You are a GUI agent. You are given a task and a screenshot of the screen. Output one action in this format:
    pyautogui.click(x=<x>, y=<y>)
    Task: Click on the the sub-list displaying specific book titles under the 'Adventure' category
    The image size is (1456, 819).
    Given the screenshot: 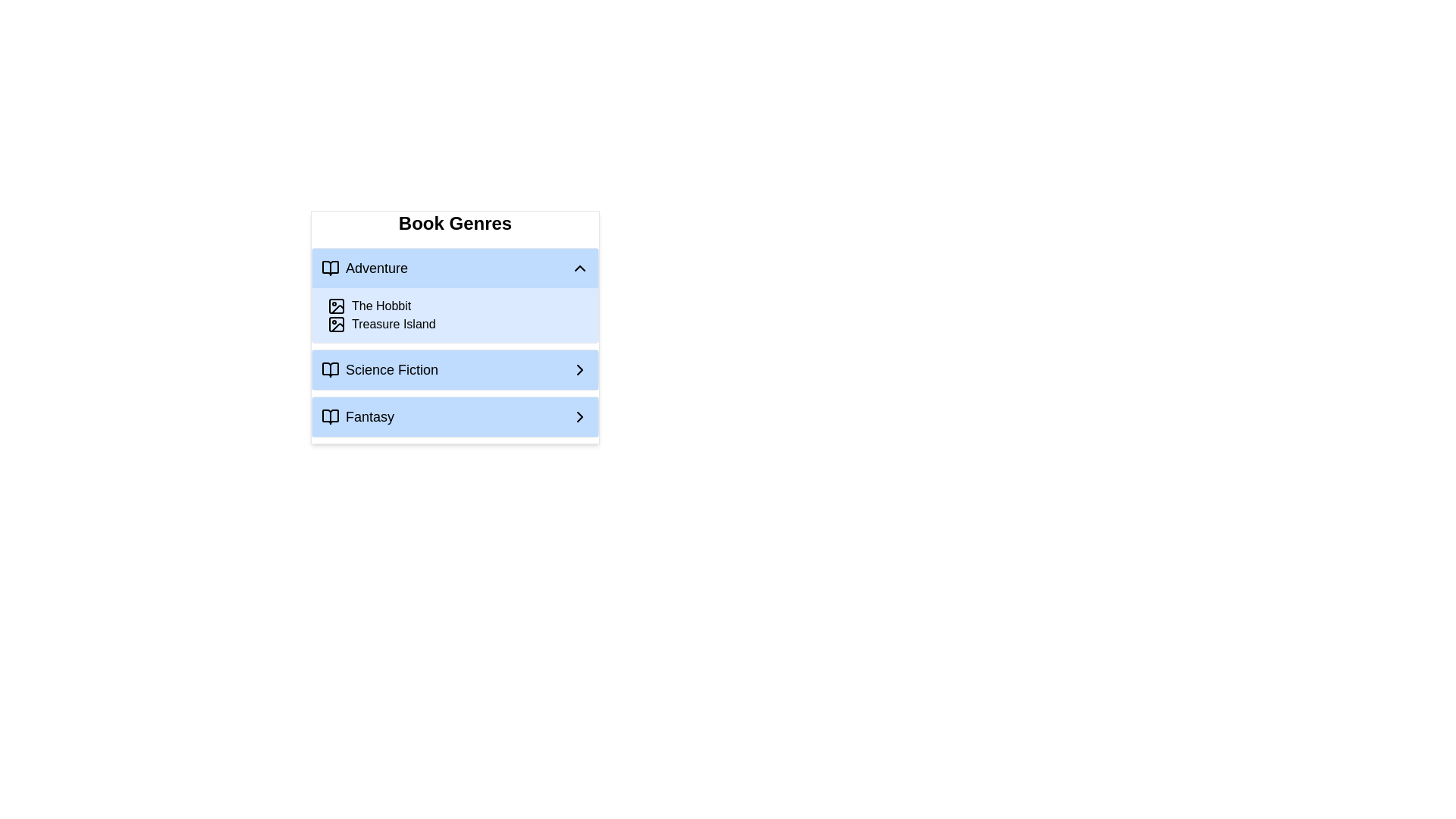 What is the action you would take?
    pyautogui.click(x=454, y=315)
    